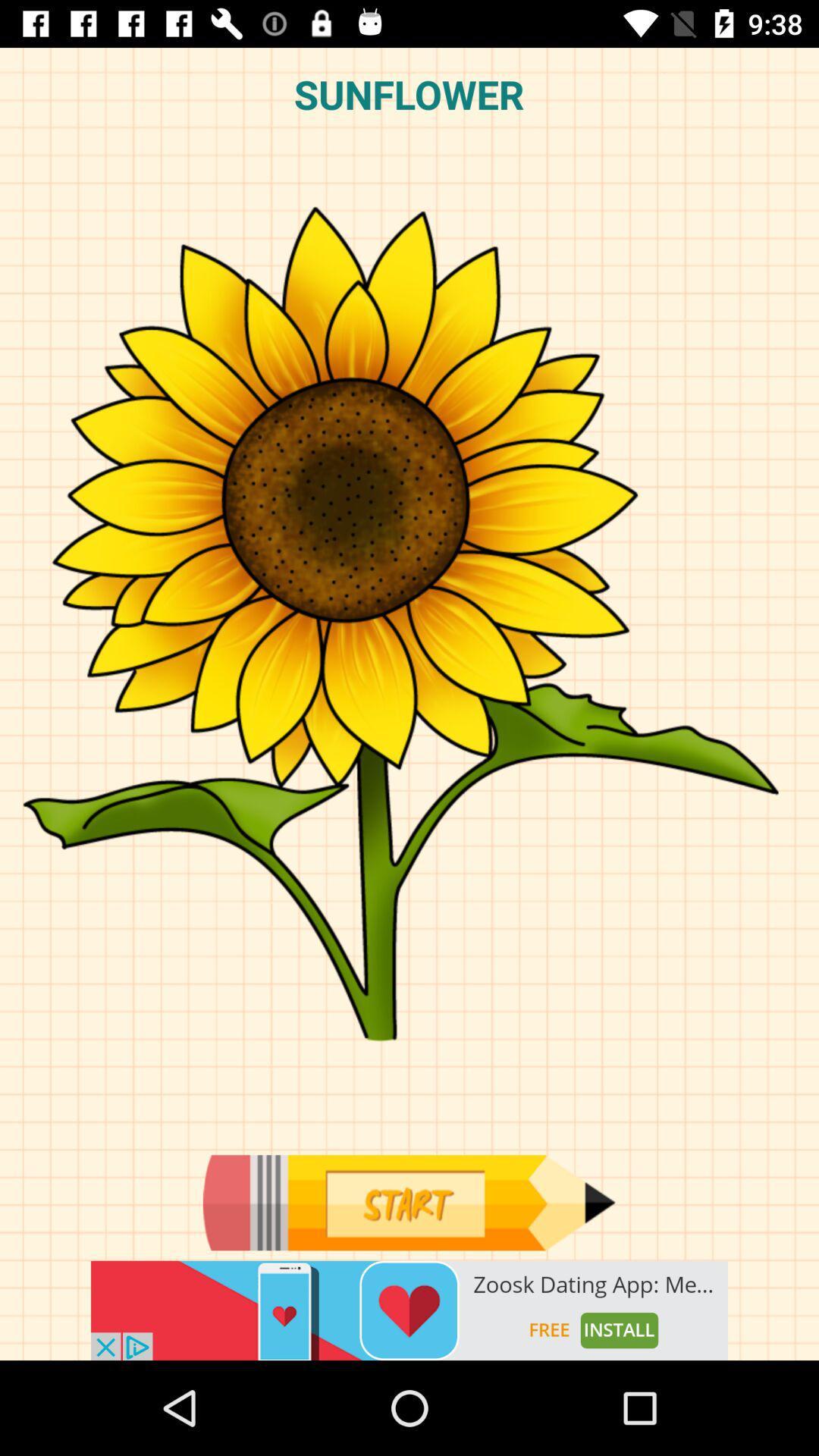 This screenshot has width=819, height=1456. I want to click on this add install, so click(409, 1310).